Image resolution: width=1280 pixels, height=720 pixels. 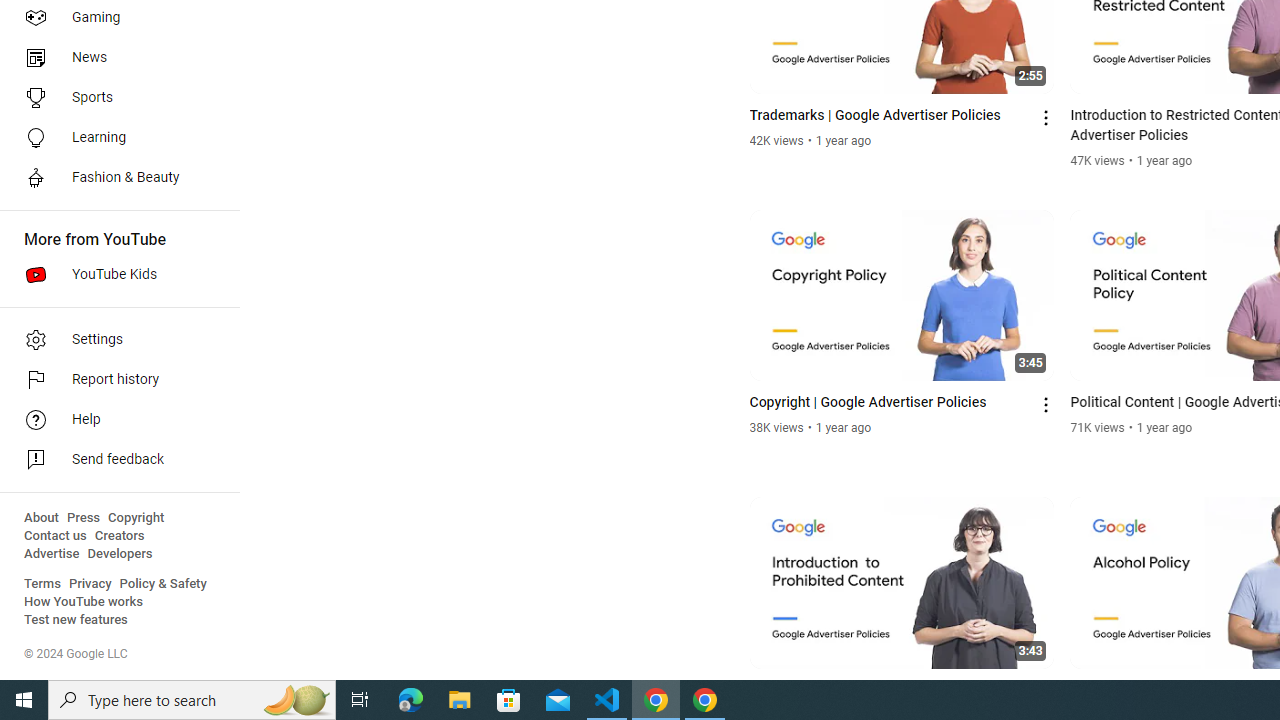 I want to click on 'Fashion & Beauty', so click(x=112, y=176).